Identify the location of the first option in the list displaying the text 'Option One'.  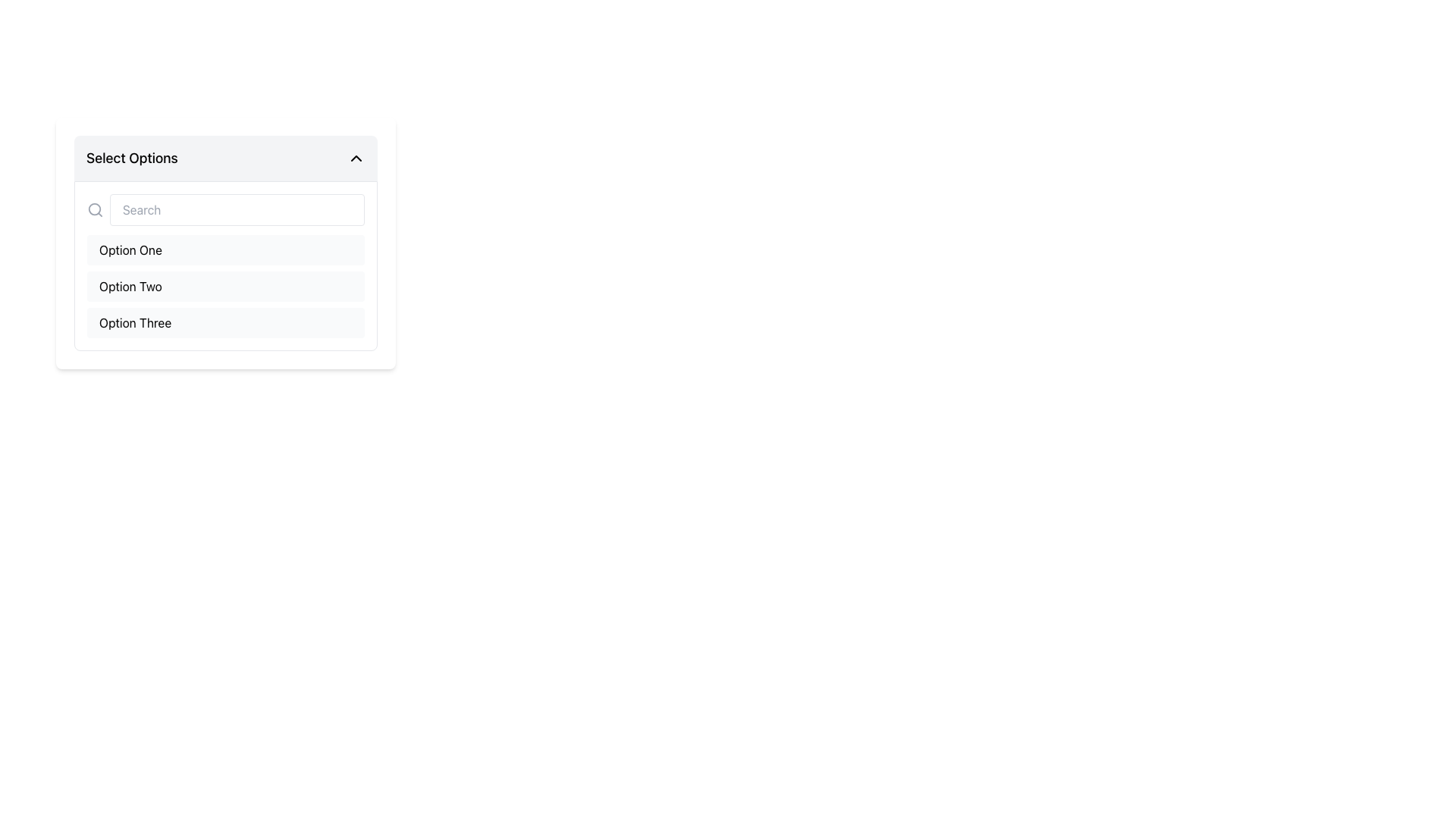
(130, 249).